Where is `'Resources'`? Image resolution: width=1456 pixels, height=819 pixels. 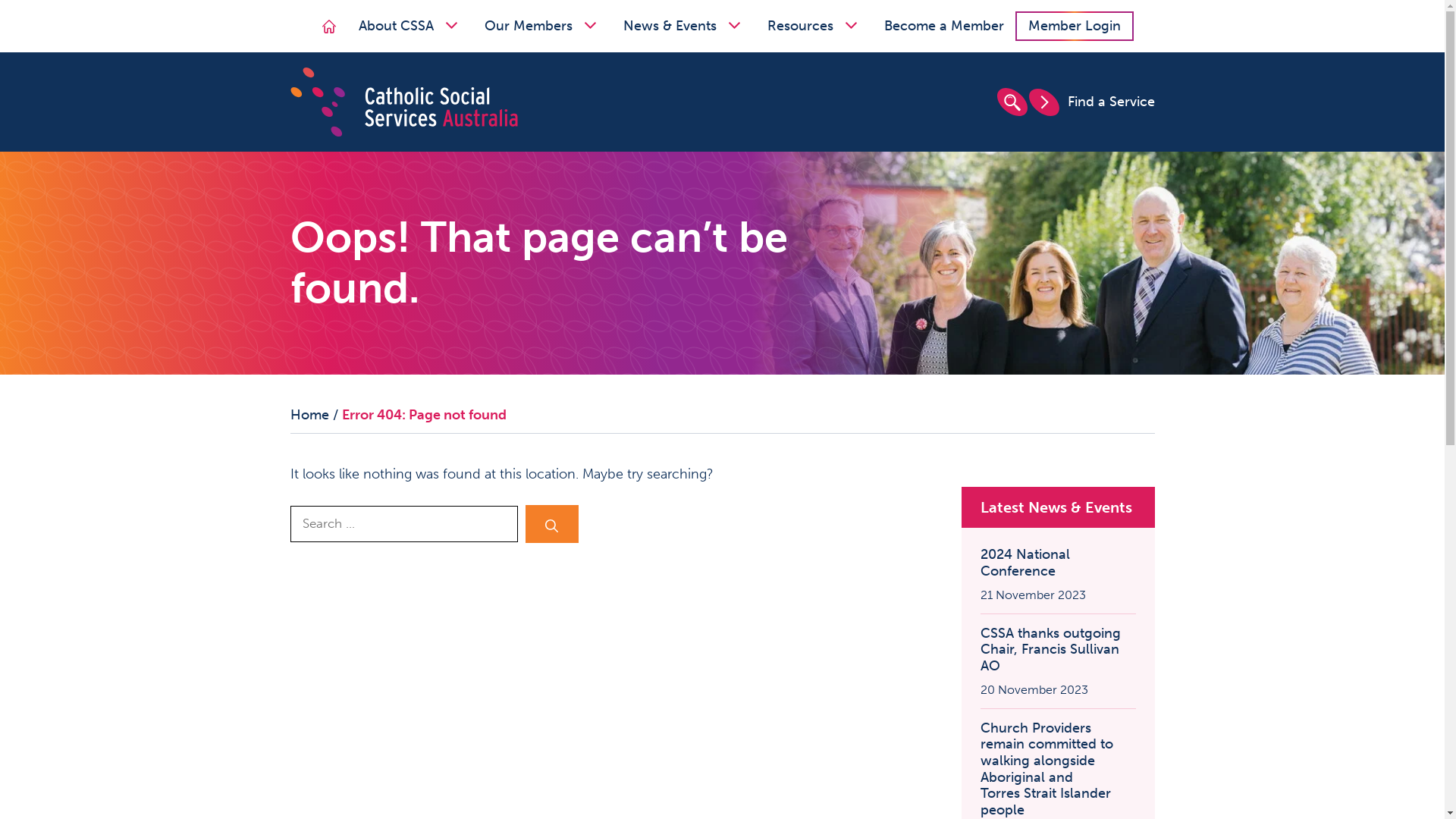 'Resources' is located at coordinates (814, 26).